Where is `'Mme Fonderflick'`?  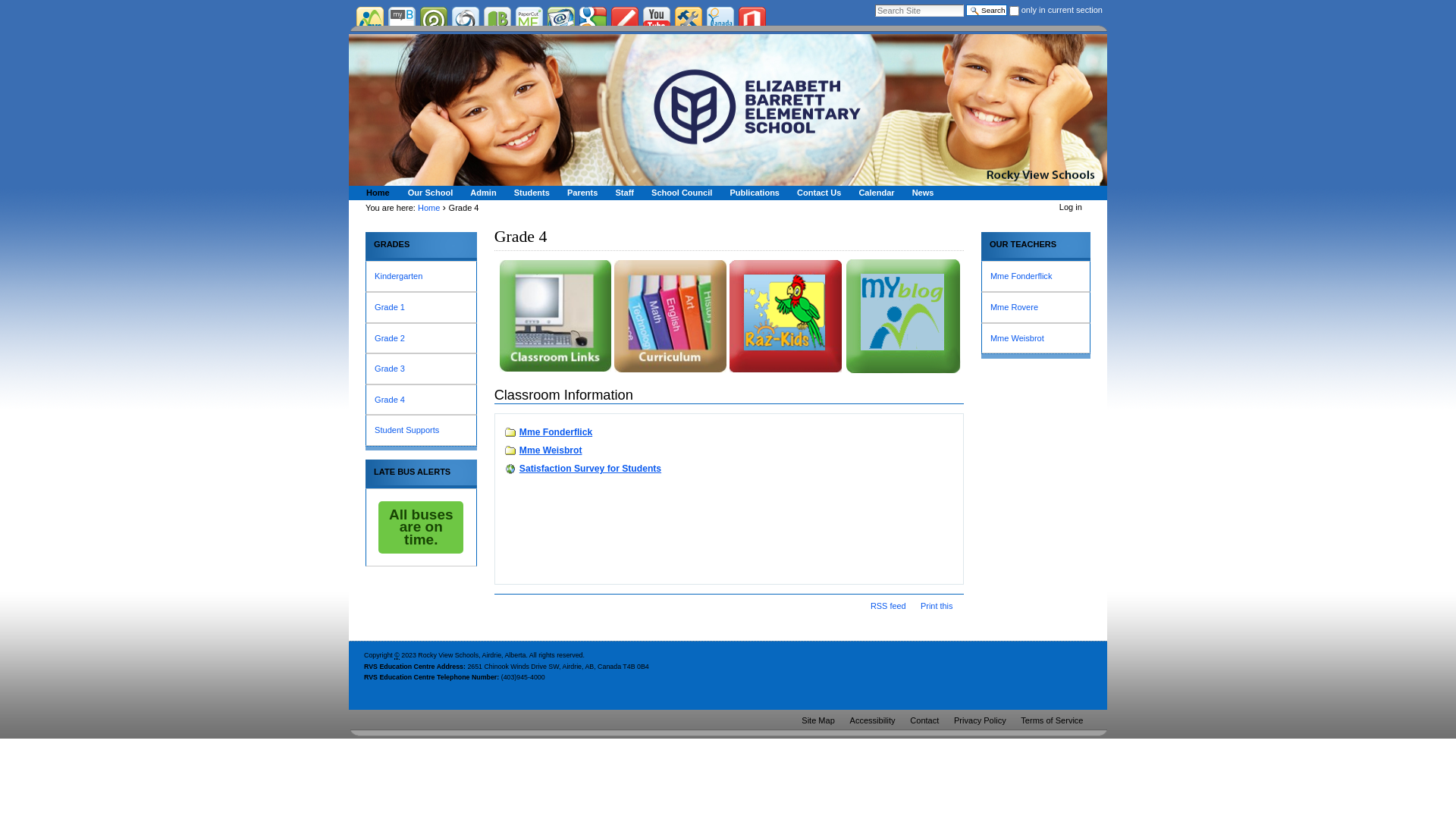 'Mme Fonderflick' is located at coordinates (548, 432).